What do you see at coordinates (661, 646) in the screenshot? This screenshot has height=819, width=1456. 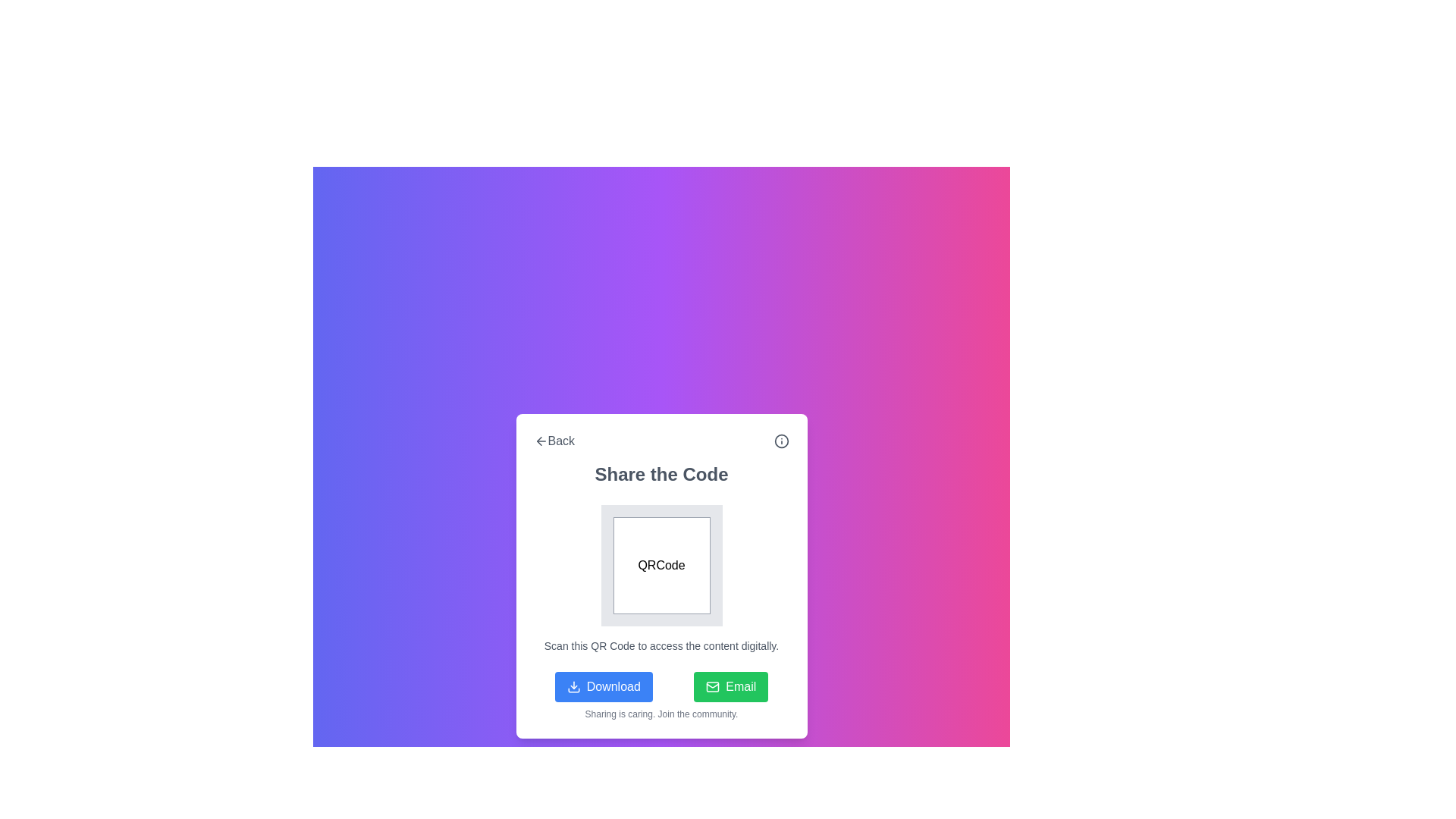 I see `the instructional static text that guides users to scan the QR code above, located within a card component beneath the QR code and above the 'Download' and 'Email' buttons` at bounding box center [661, 646].